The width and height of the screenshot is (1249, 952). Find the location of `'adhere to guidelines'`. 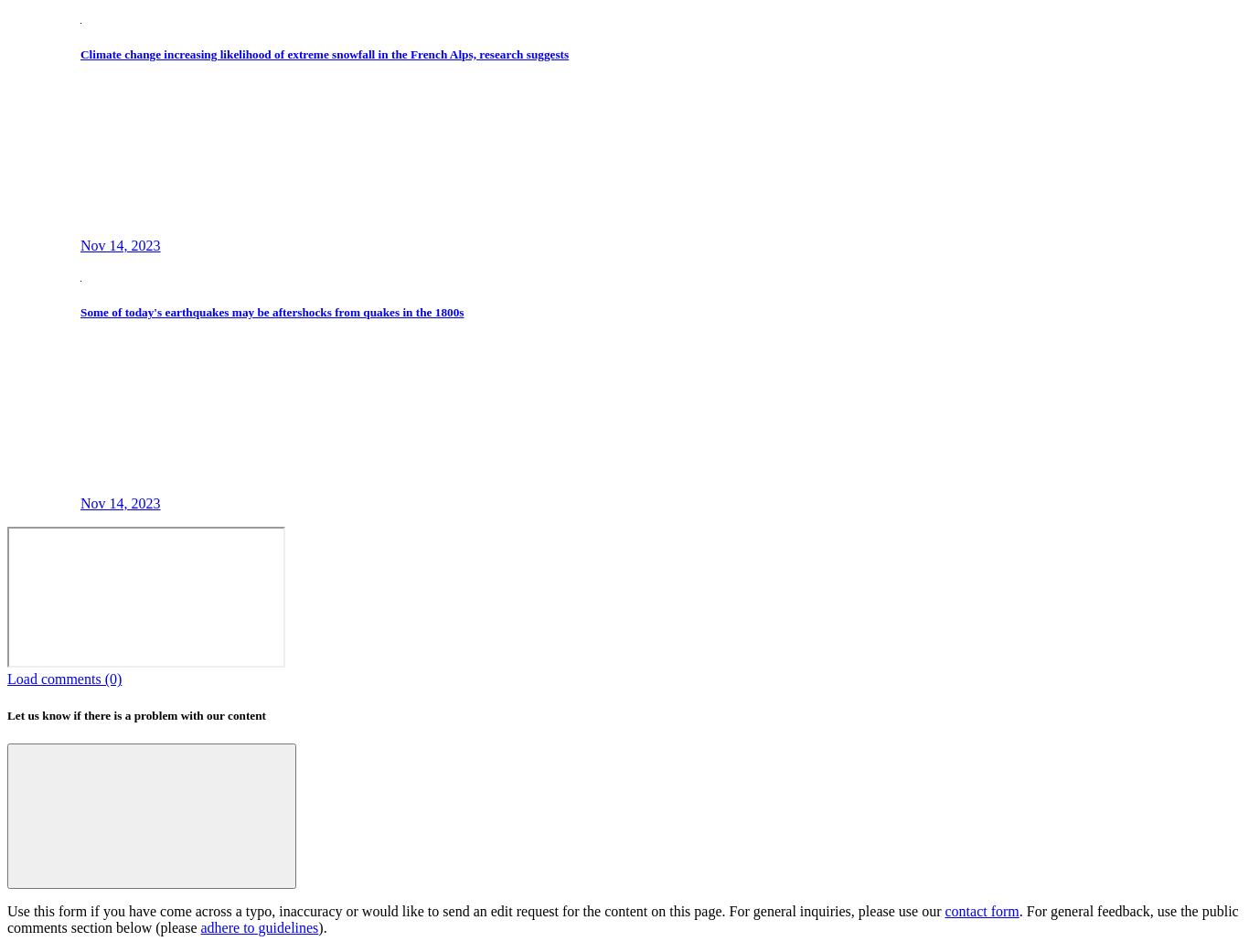

'adhere to guidelines' is located at coordinates (198, 926).